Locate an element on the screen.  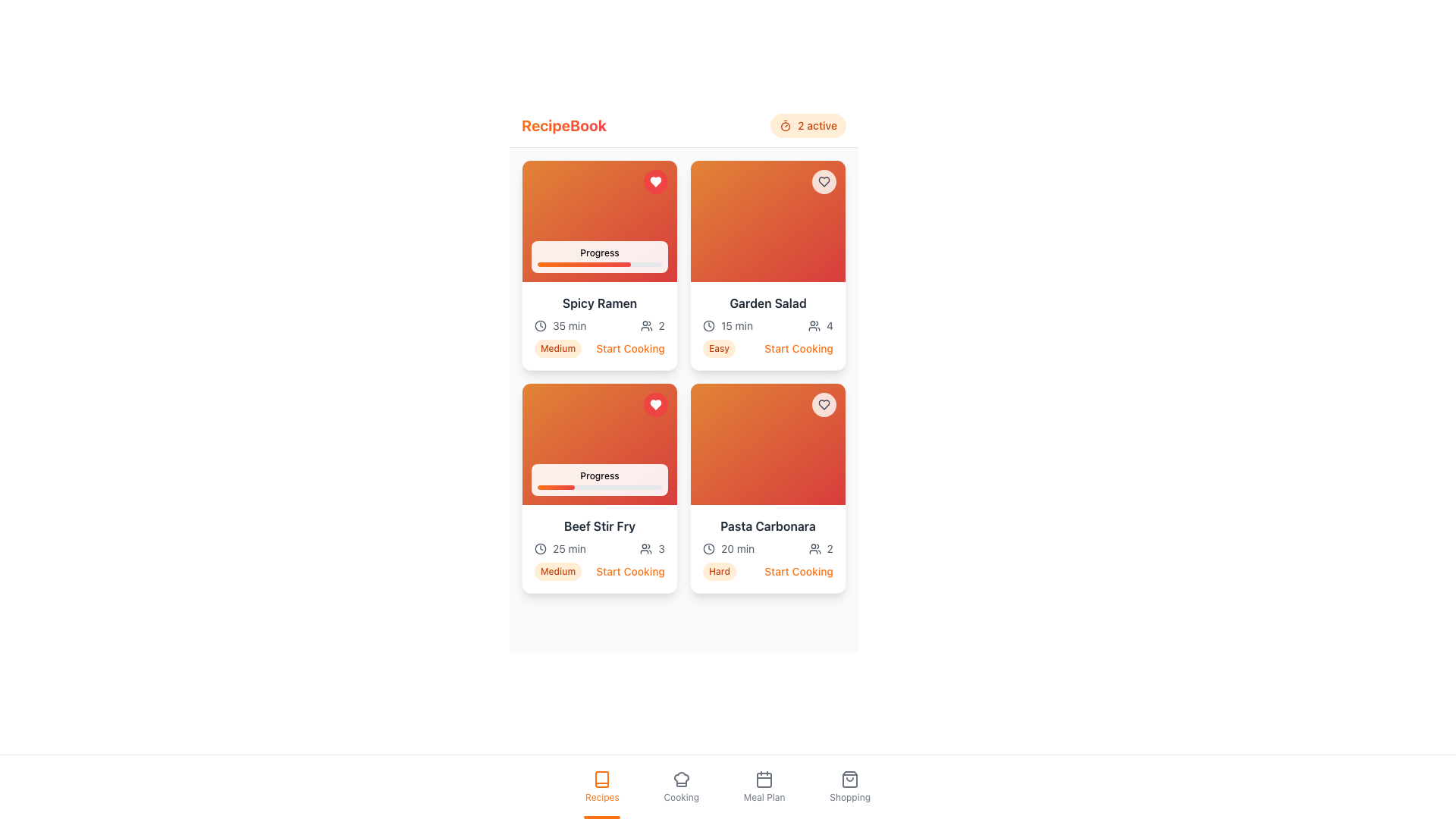
the first button in the bottom navigation bar is located at coordinates (601, 786).